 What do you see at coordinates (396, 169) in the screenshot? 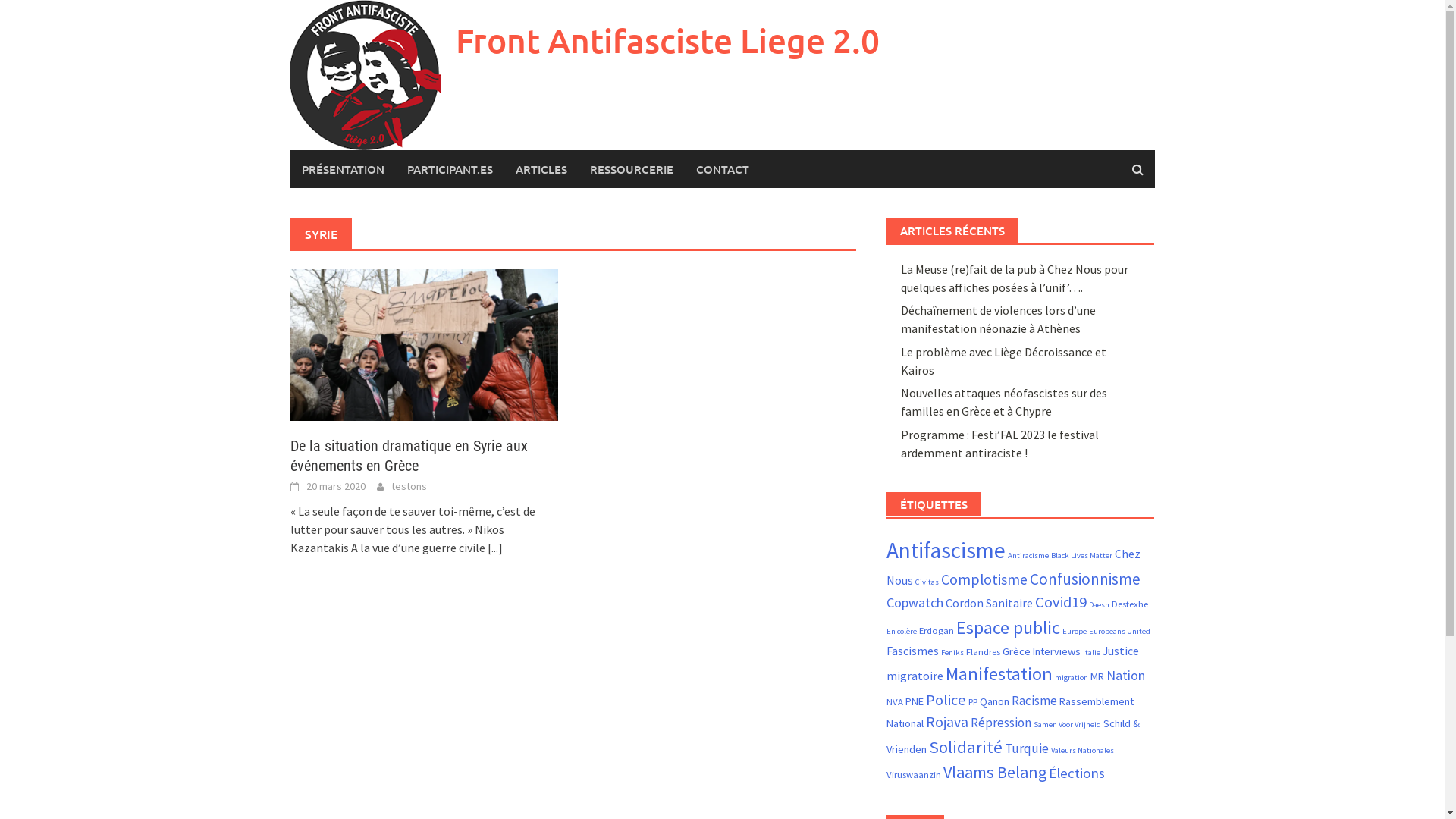
I see `'PARTICIPANT.ES'` at bounding box center [396, 169].